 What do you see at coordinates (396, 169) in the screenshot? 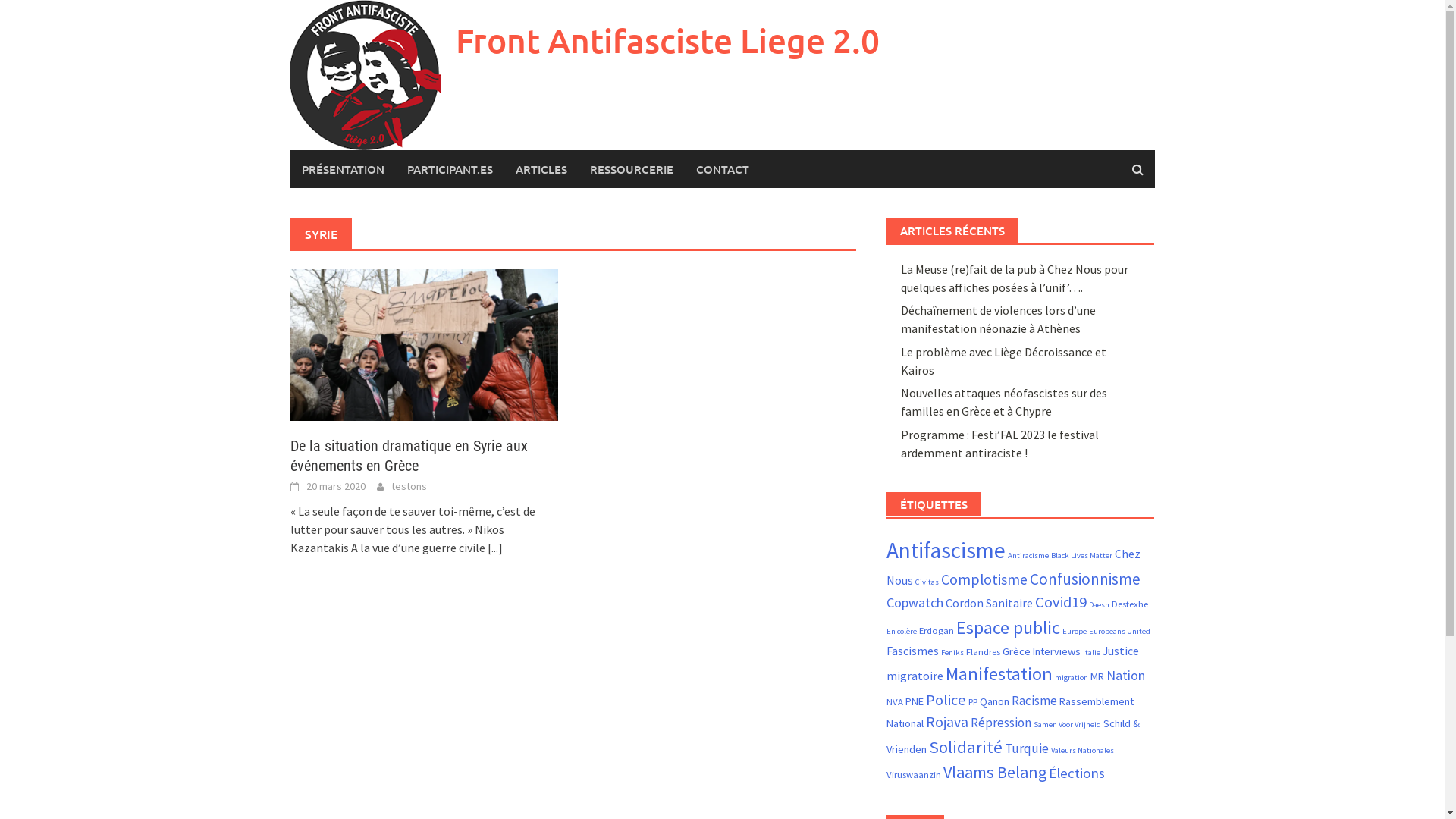
I see `'PARTICIPANT.ES'` at bounding box center [396, 169].